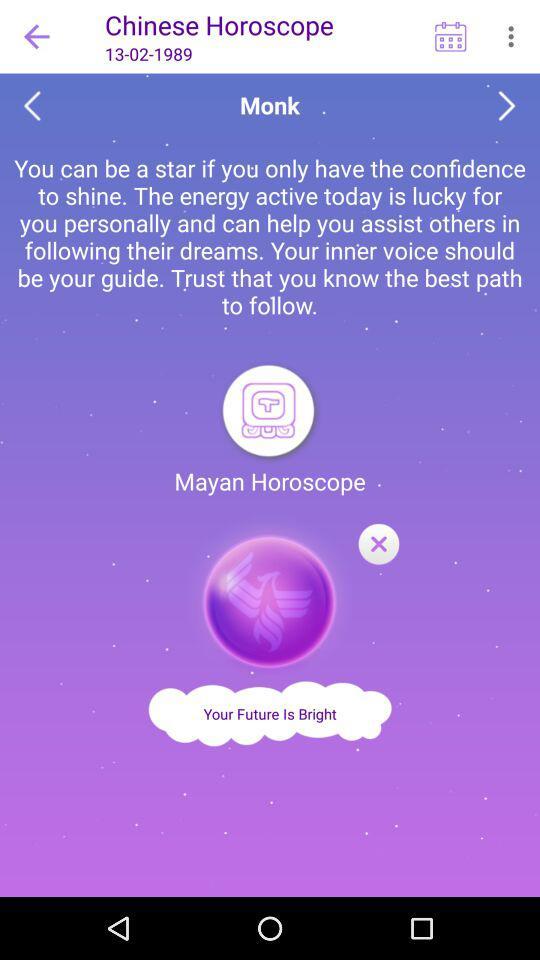  What do you see at coordinates (31, 106) in the screenshot?
I see `the arrow_backward icon` at bounding box center [31, 106].